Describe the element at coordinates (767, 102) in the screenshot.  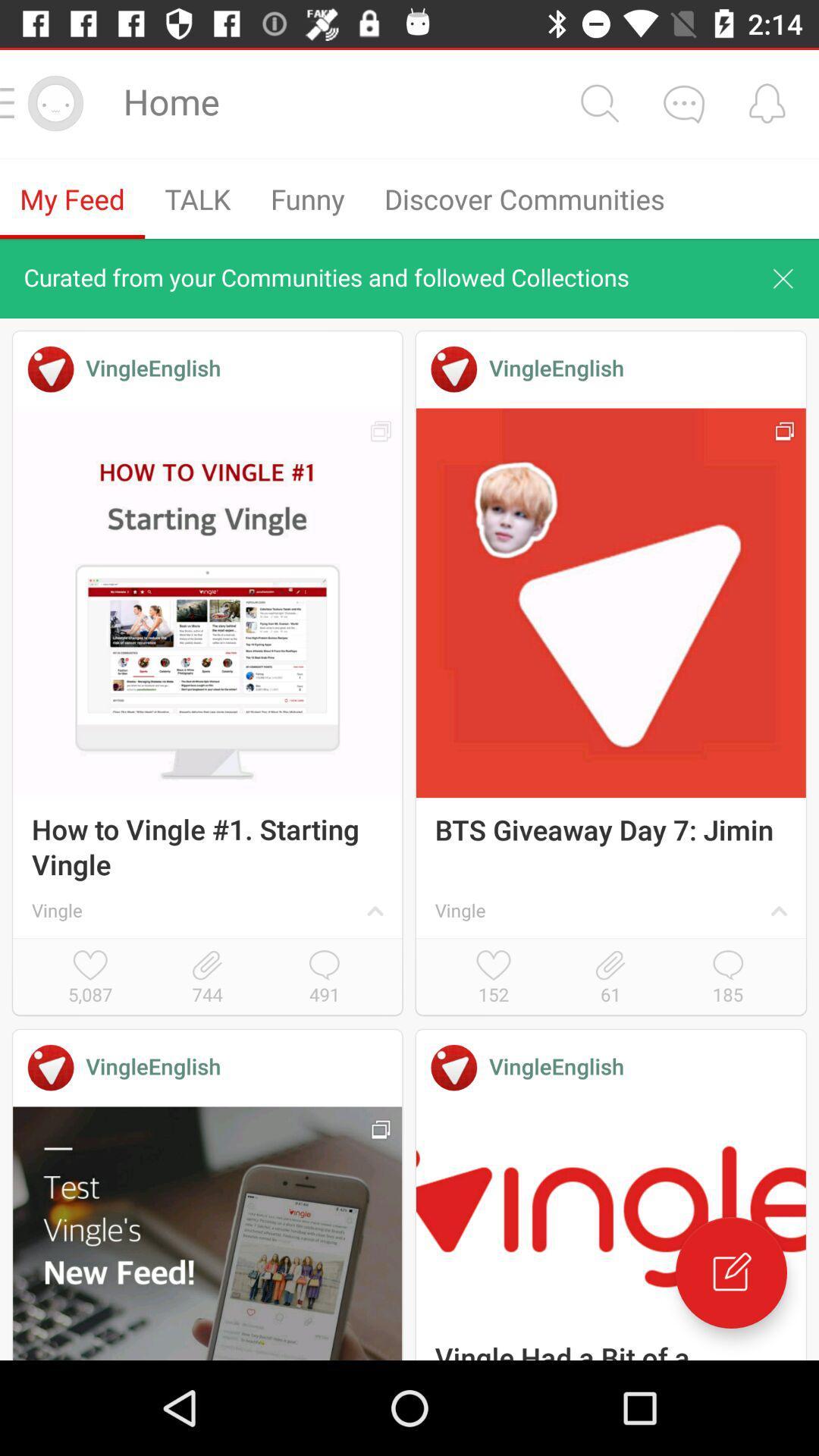
I see `the notifications icon` at that location.